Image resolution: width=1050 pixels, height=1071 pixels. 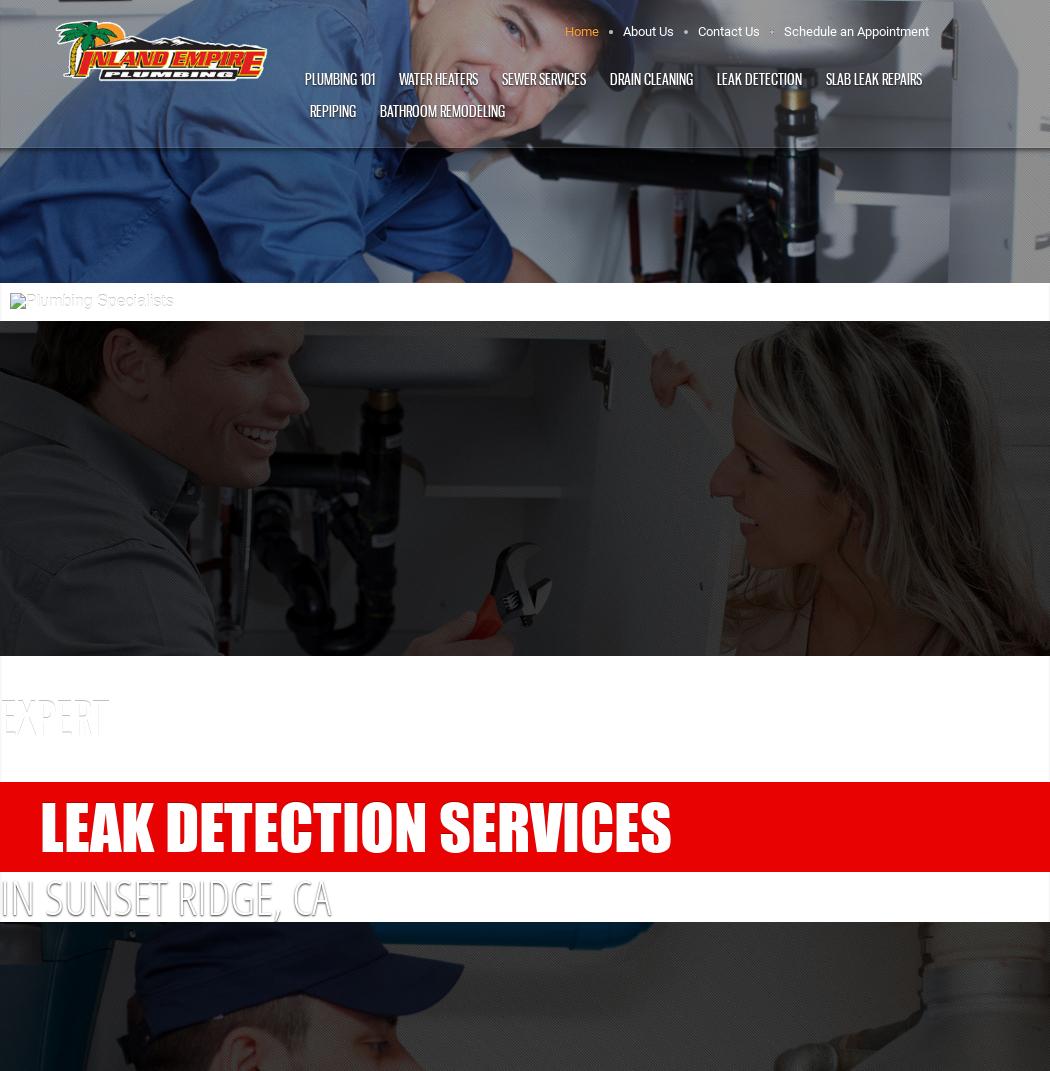 What do you see at coordinates (303, 79) in the screenshot?
I see `'Plumbing 101'` at bounding box center [303, 79].